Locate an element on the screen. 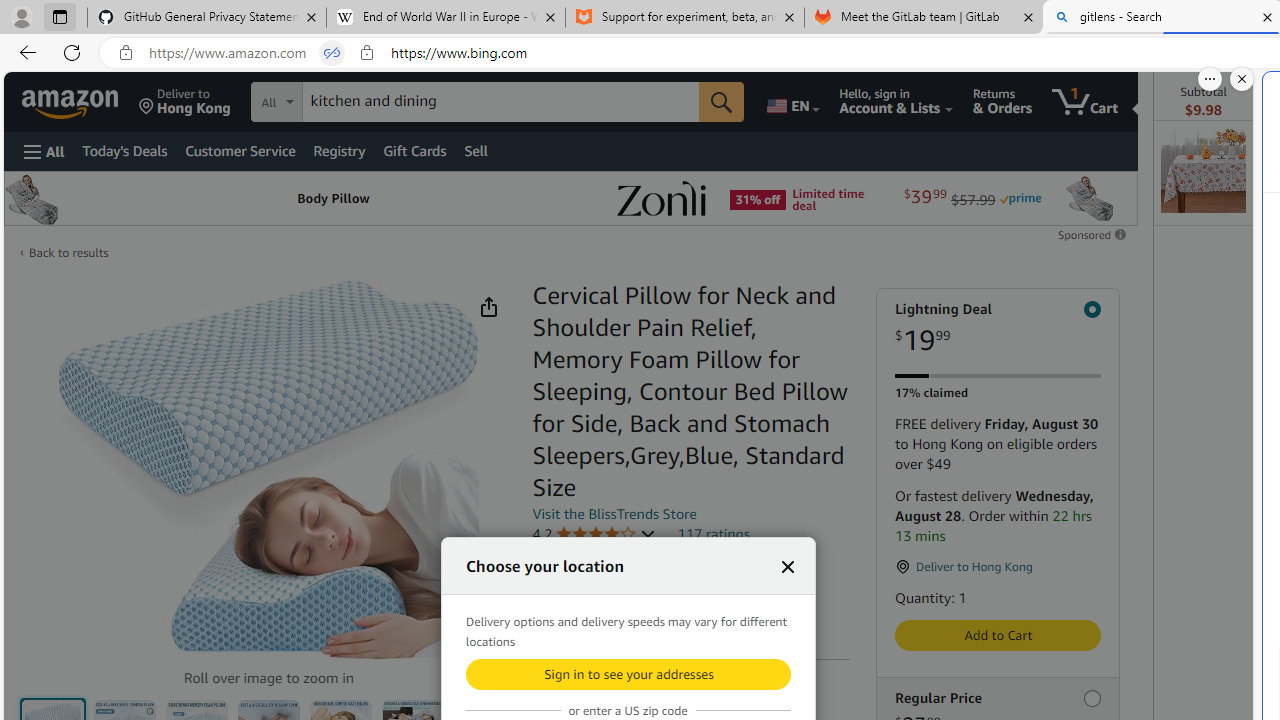  'Sign in to see your addresses' is located at coordinates (627, 674).